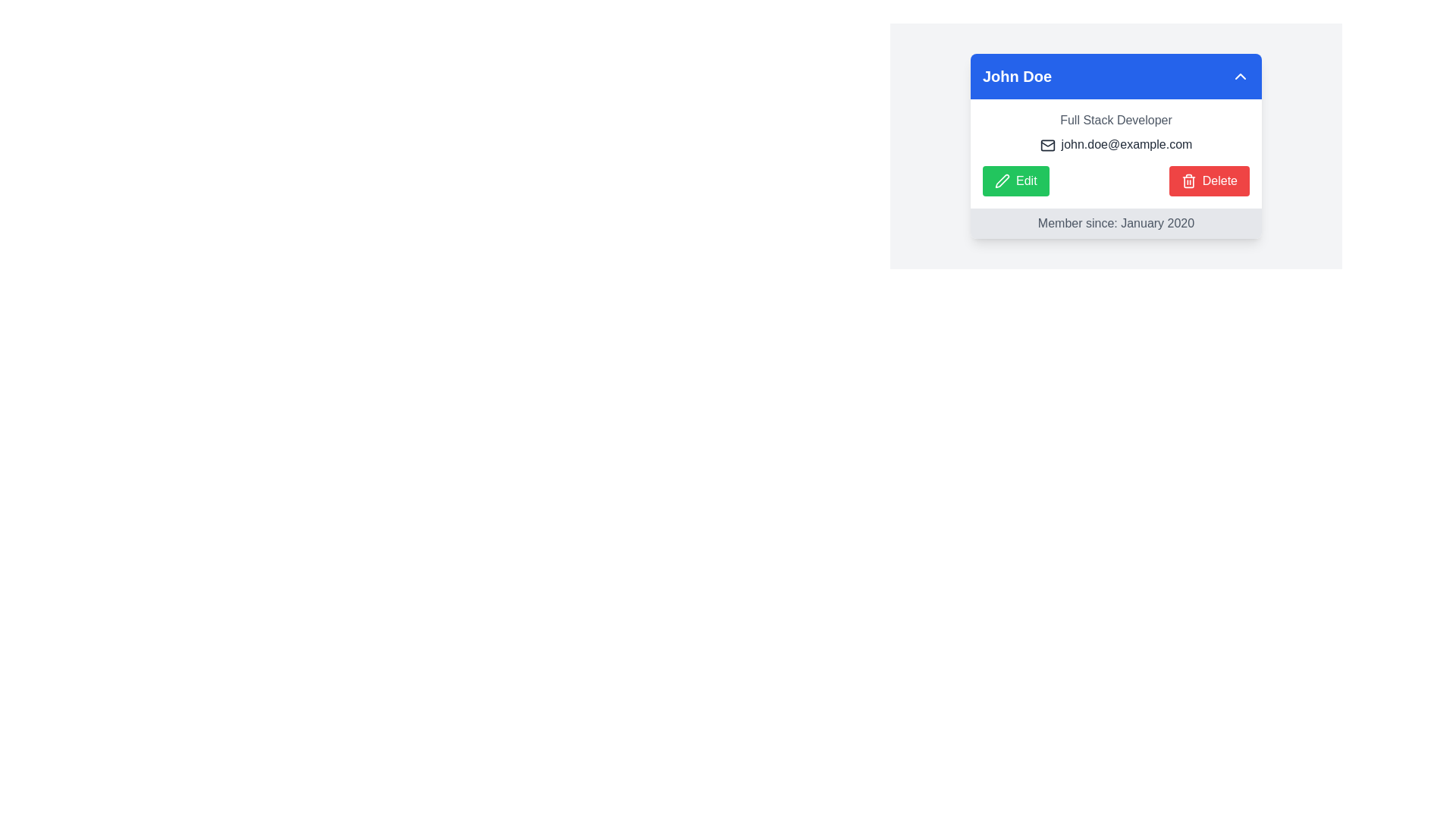  Describe the element at coordinates (1241, 76) in the screenshot. I see `the downward chevron icon located in the top right corner of the blue header section` at that location.